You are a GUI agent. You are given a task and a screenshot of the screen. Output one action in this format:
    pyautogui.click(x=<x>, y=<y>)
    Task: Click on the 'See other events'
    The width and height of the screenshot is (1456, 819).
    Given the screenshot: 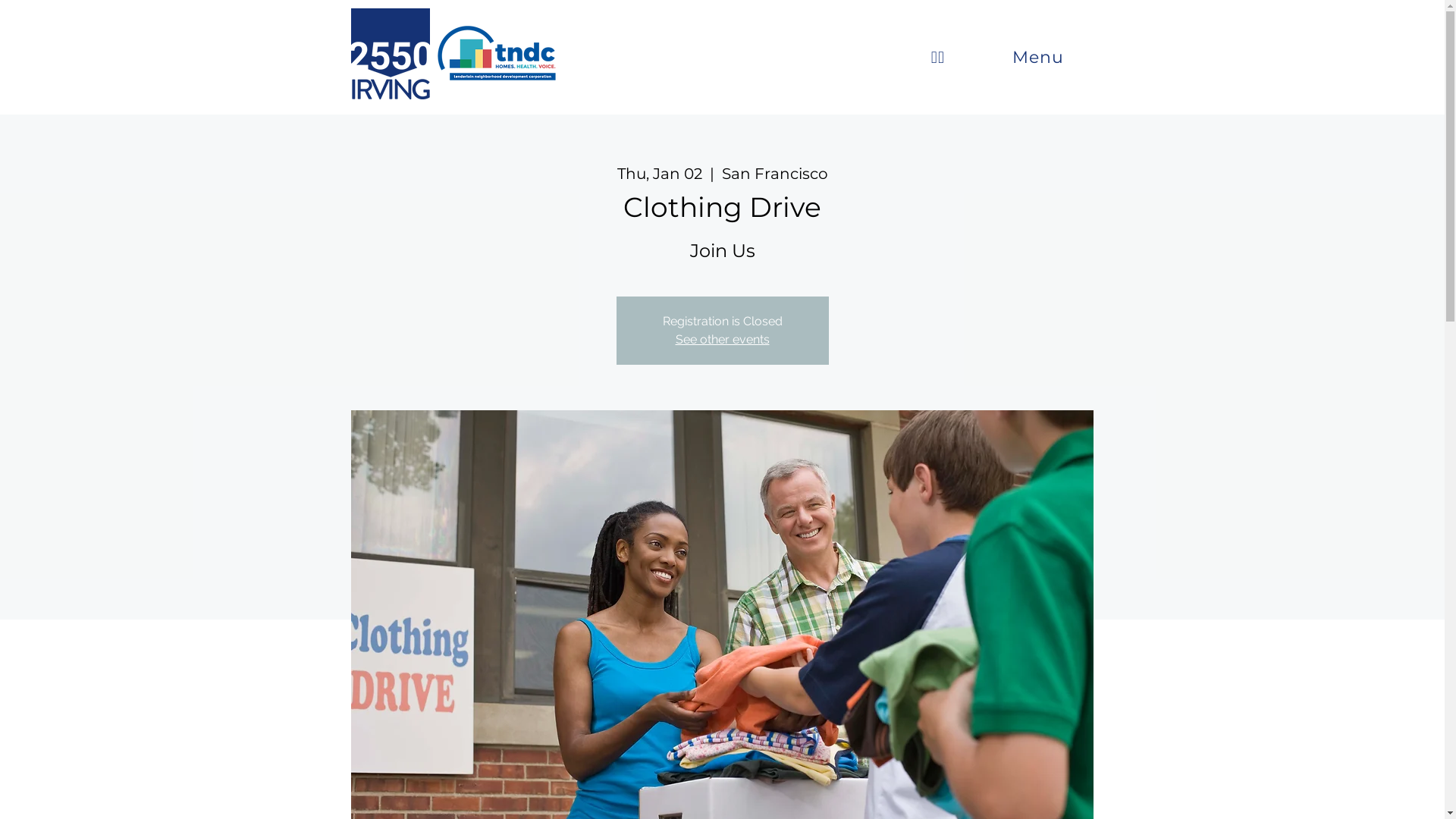 What is the action you would take?
    pyautogui.click(x=720, y=338)
    